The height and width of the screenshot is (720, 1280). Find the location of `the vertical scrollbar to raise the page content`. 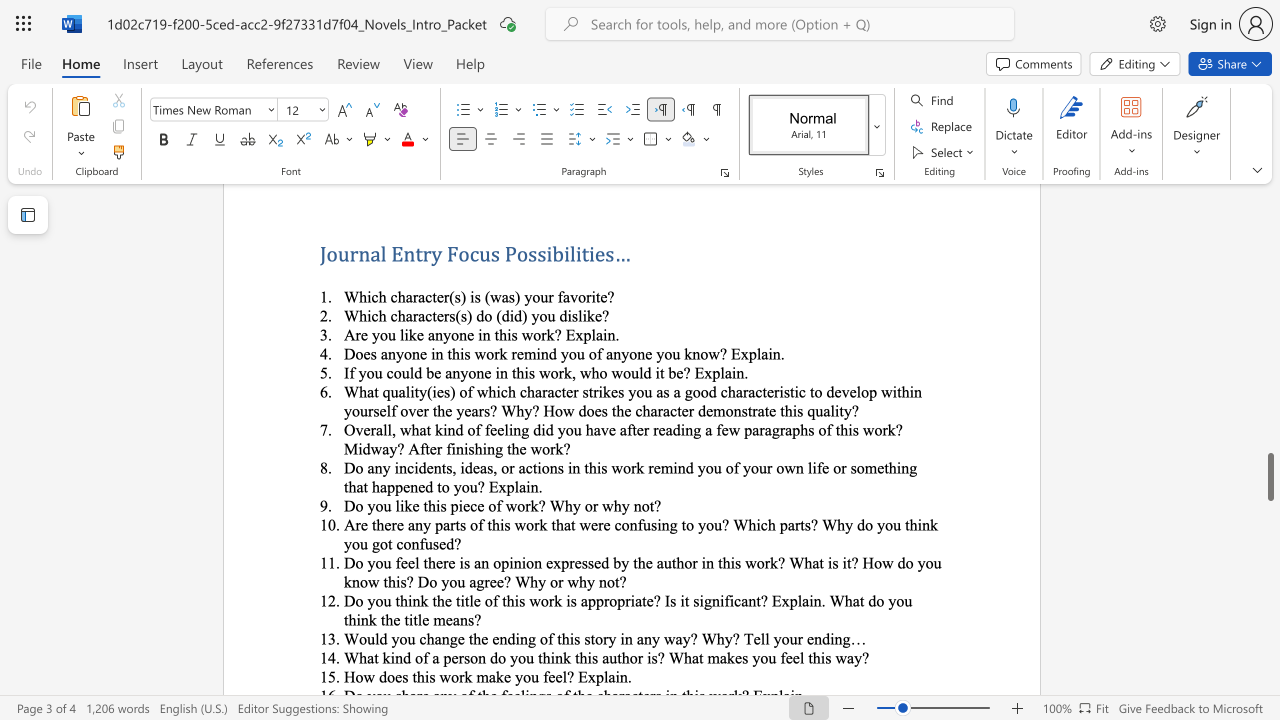

the vertical scrollbar to raise the page content is located at coordinates (1269, 328).